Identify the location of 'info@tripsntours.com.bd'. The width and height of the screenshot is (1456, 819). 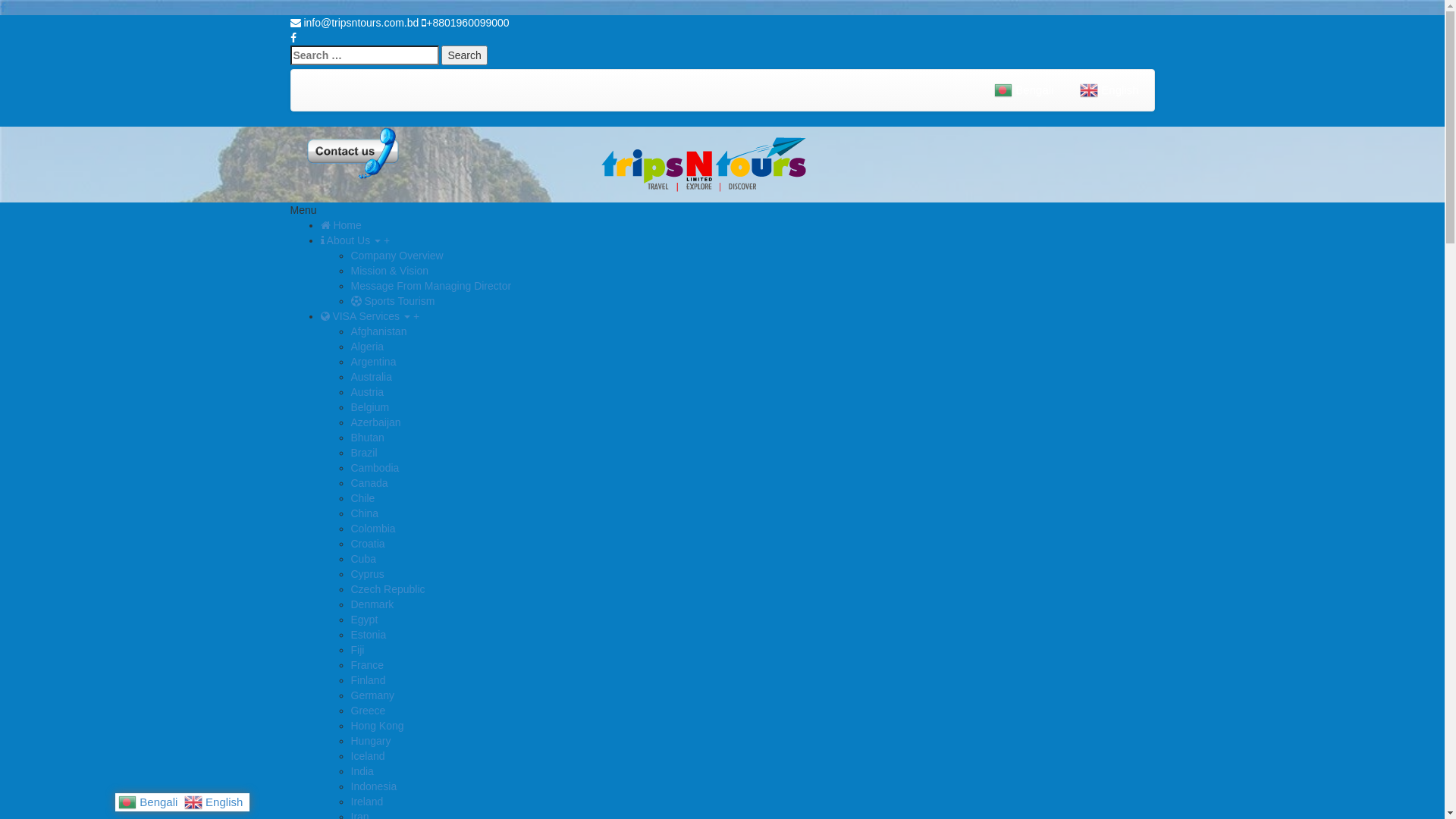
(353, 23).